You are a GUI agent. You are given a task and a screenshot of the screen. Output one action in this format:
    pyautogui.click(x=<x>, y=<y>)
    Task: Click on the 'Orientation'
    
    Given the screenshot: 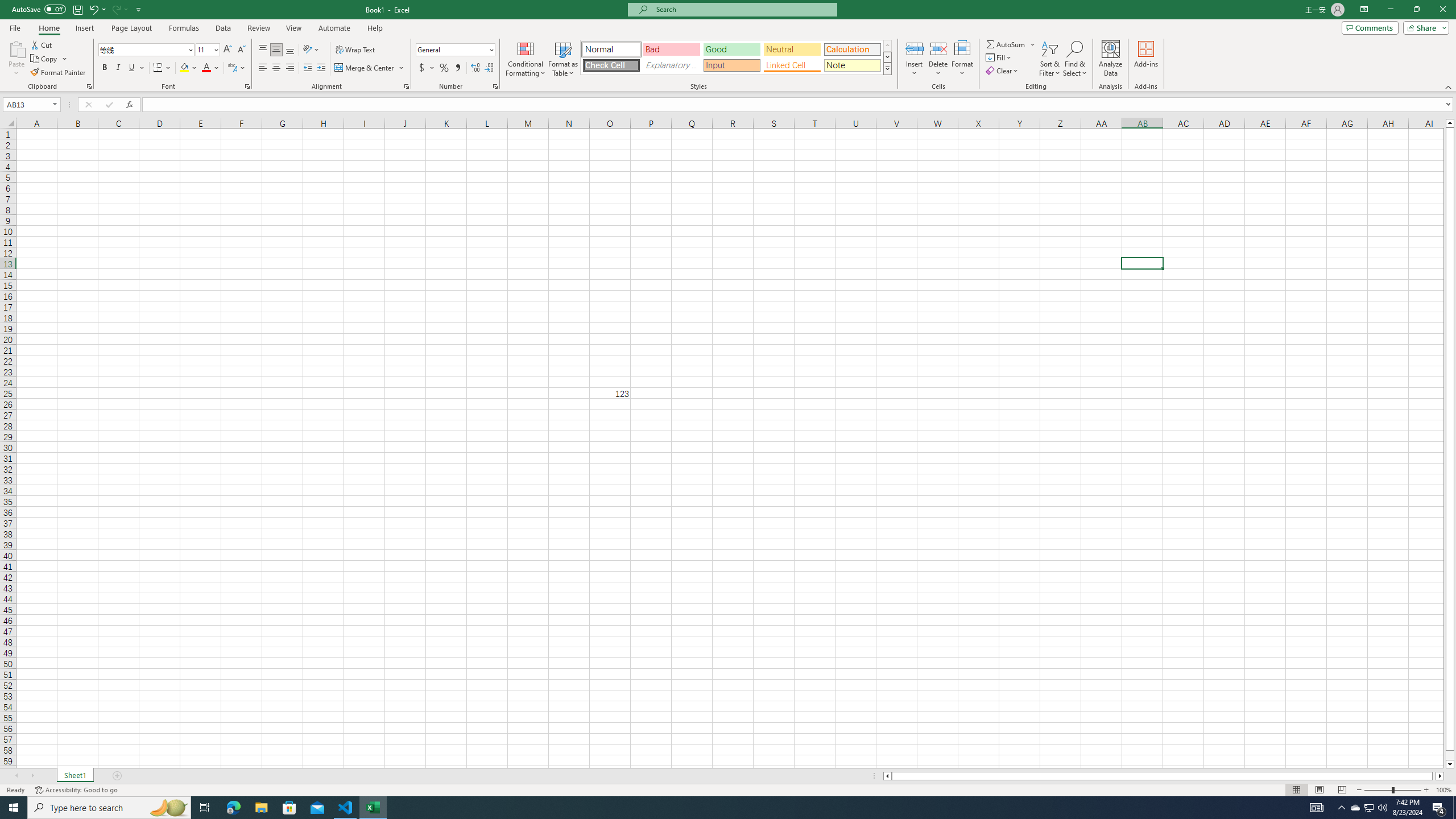 What is the action you would take?
    pyautogui.click(x=311, y=49)
    